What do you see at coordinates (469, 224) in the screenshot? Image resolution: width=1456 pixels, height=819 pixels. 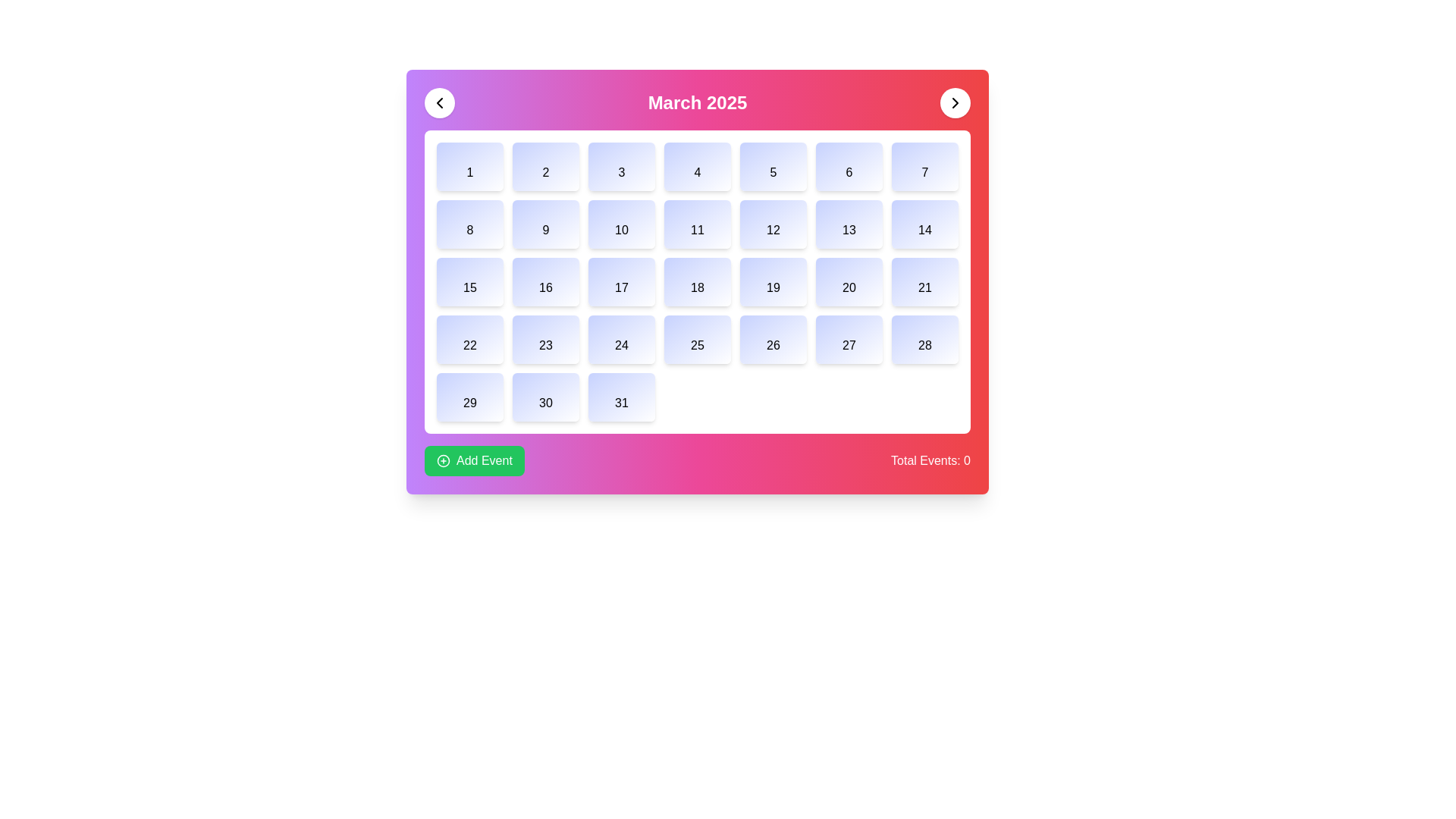 I see `the calendar day box representing day '8' in the second row and first column of the grid` at bounding box center [469, 224].